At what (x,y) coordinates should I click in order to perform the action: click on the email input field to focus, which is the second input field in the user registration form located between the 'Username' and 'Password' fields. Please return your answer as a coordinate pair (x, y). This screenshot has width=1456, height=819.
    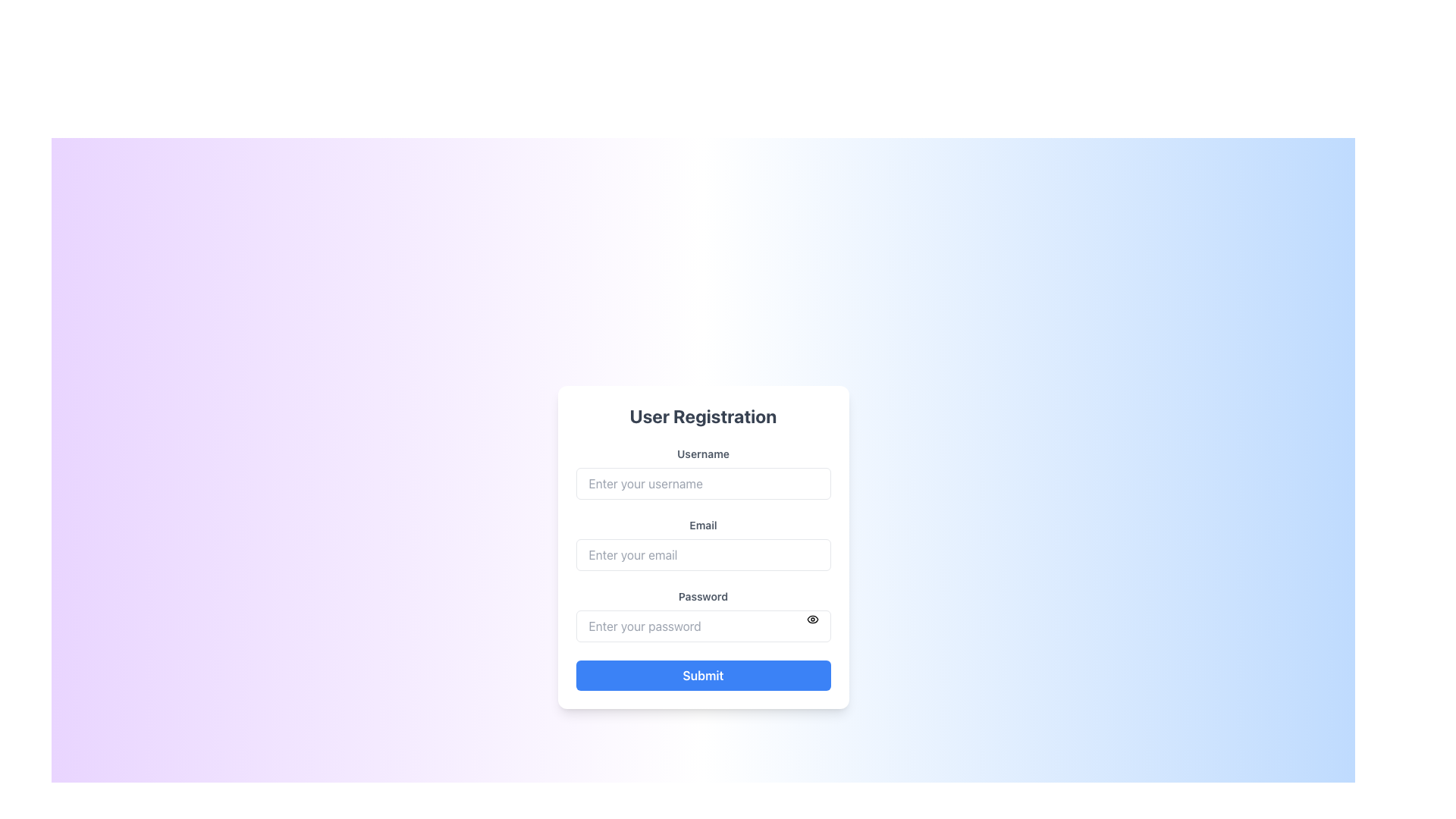
    Looking at the image, I should click on (702, 543).